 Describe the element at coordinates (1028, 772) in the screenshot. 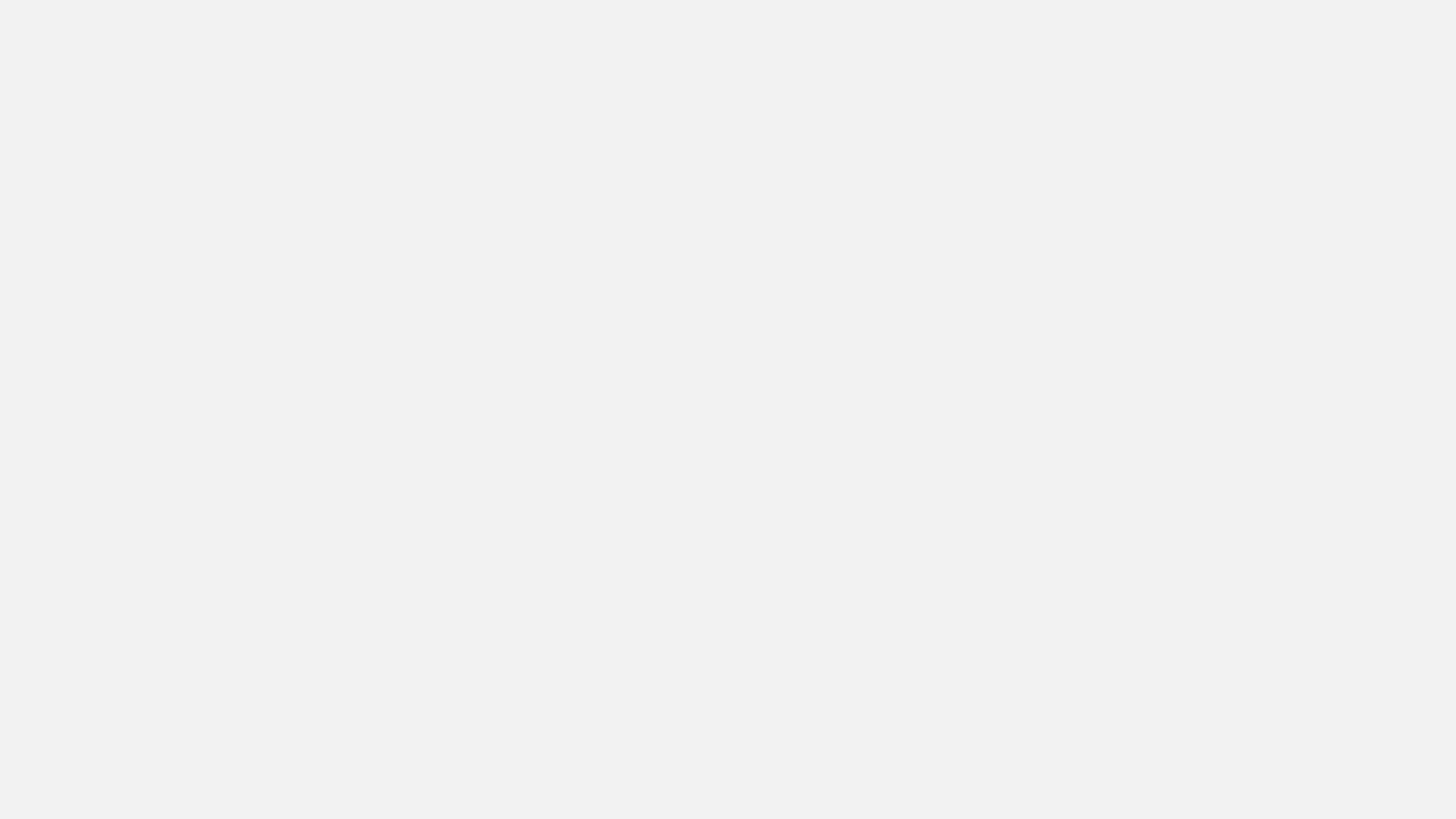

I see `Cookie Preferences` at that location.